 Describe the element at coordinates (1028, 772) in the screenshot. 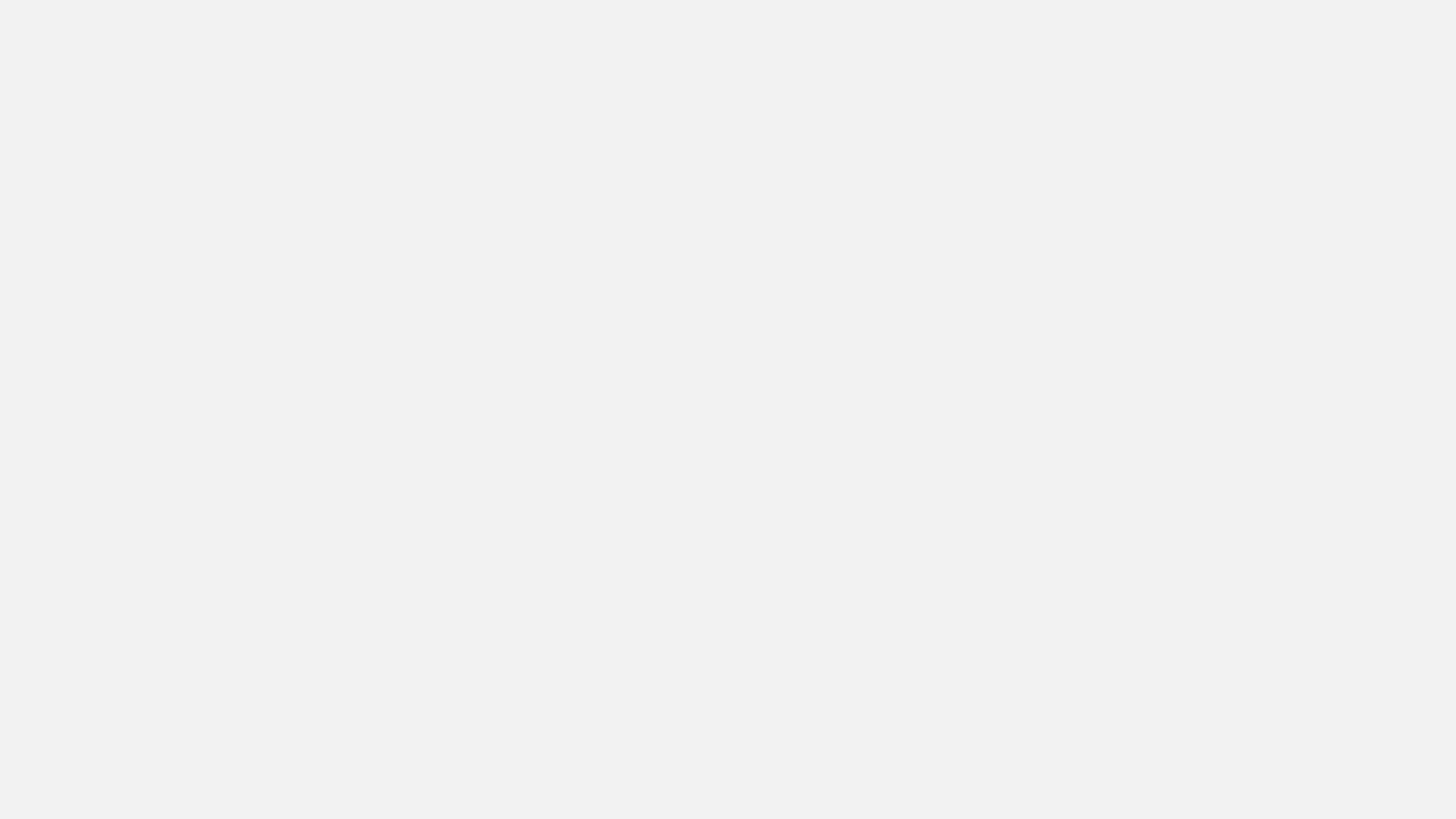

I see `Cookie Preferences` at that location.